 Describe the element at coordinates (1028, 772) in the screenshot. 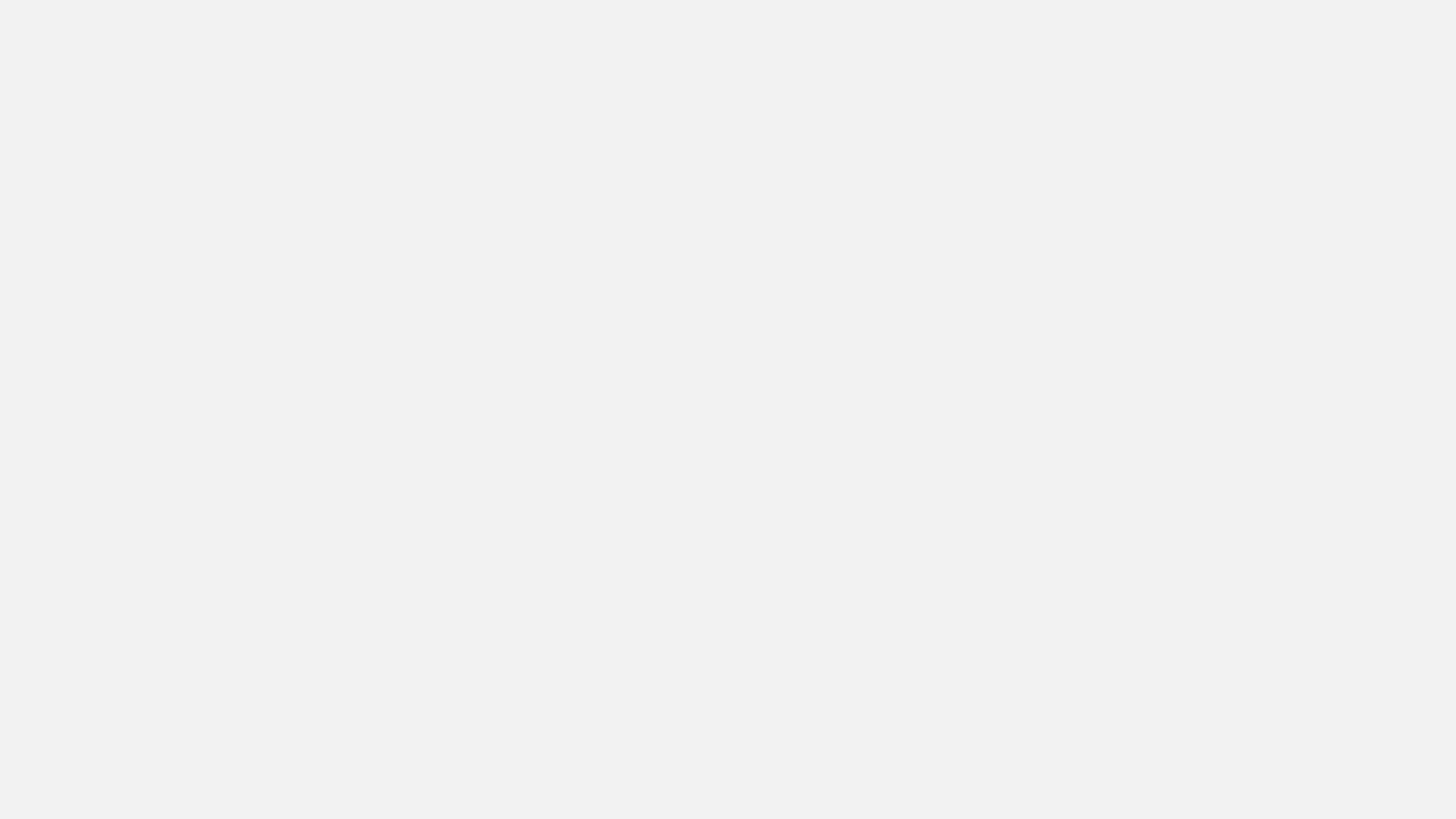

I see `Cookie Preferences` at that location.